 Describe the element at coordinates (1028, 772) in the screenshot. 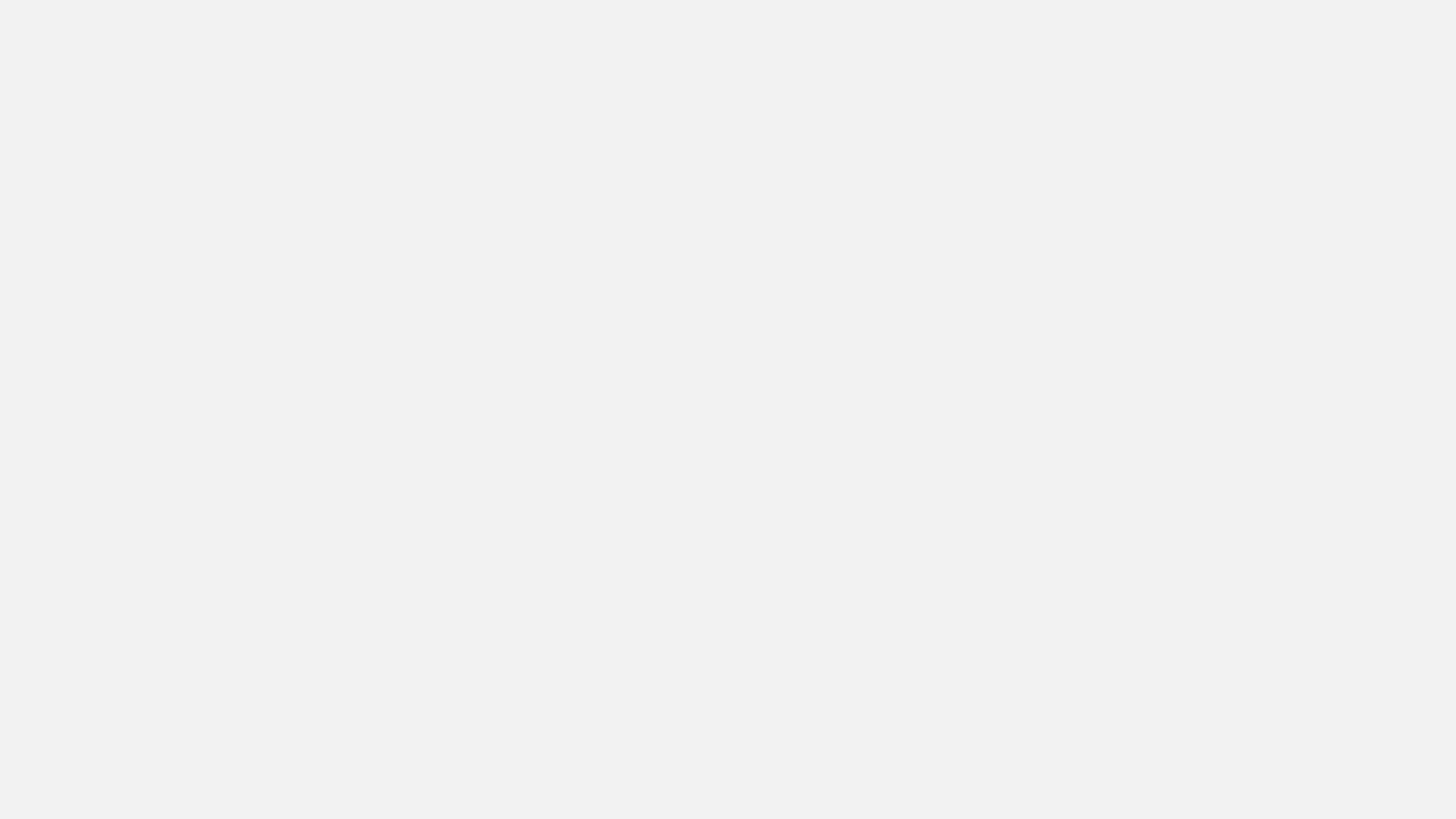

I see `Cookie Preferences` at that location.